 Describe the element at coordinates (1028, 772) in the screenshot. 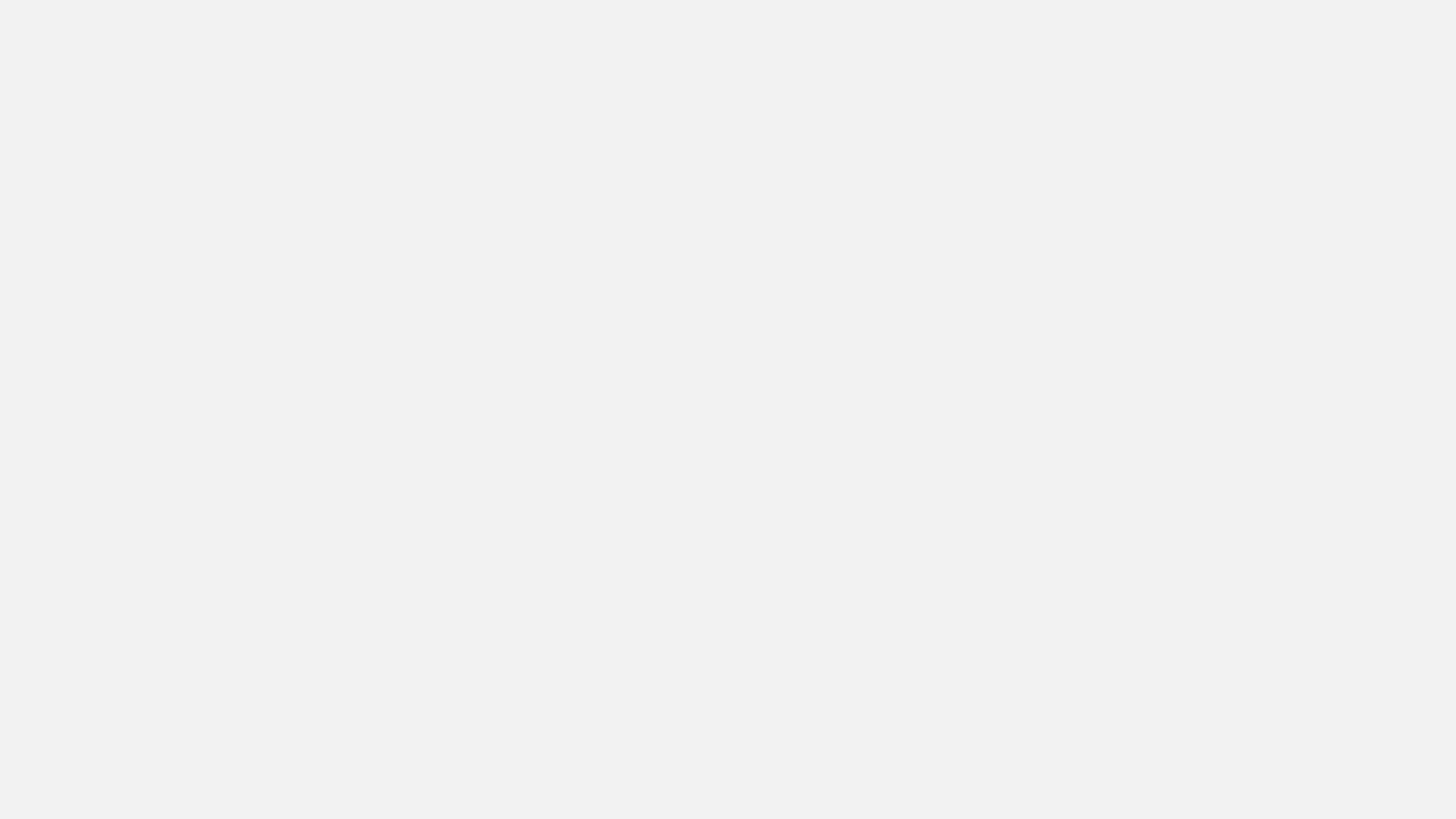

I see `Cookie Preferences` at that location.